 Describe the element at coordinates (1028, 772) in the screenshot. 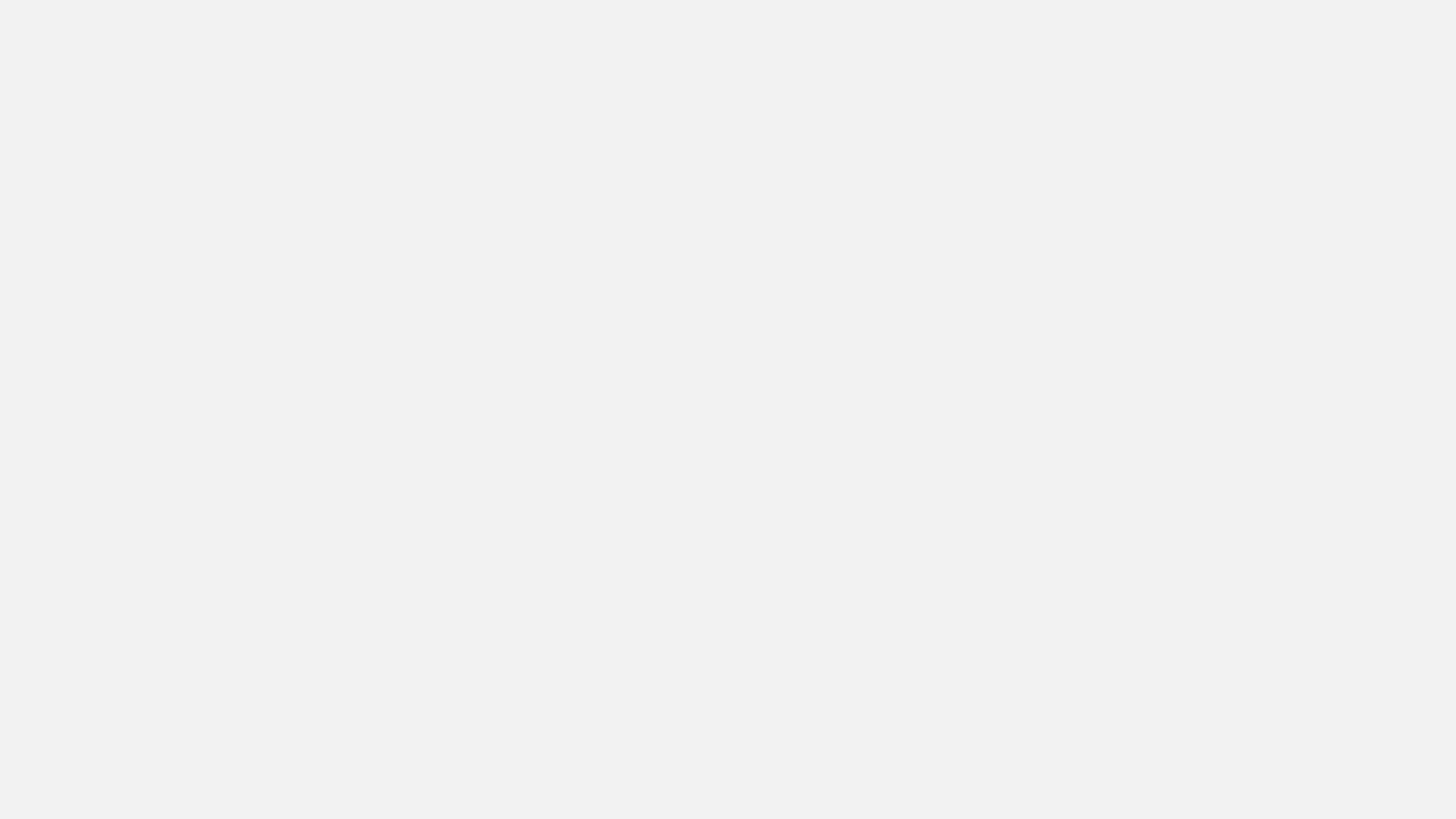

I see `Cookie Preferences` at that location.